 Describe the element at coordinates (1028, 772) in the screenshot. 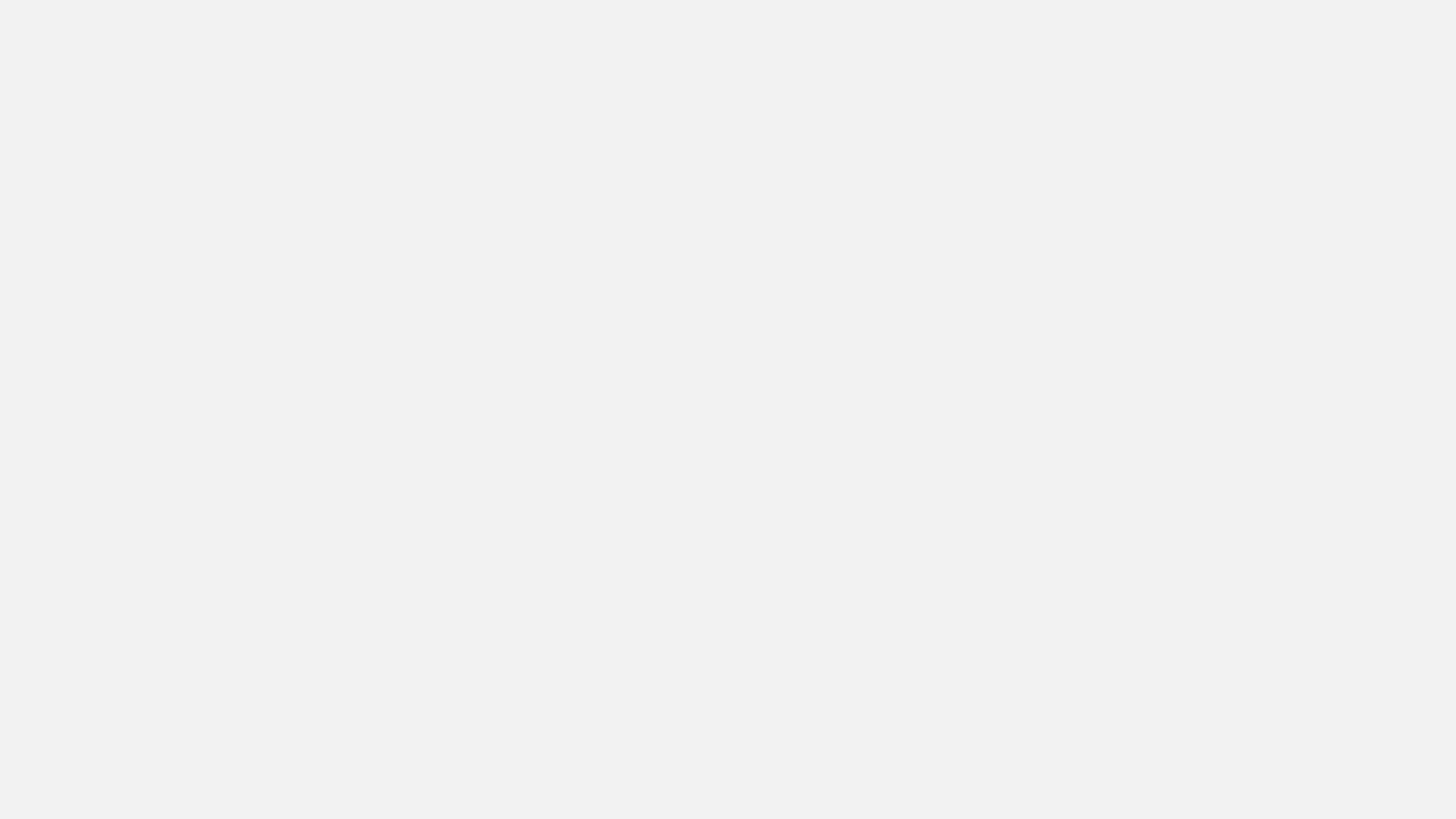

I see `Cookie Preferences` at that location.